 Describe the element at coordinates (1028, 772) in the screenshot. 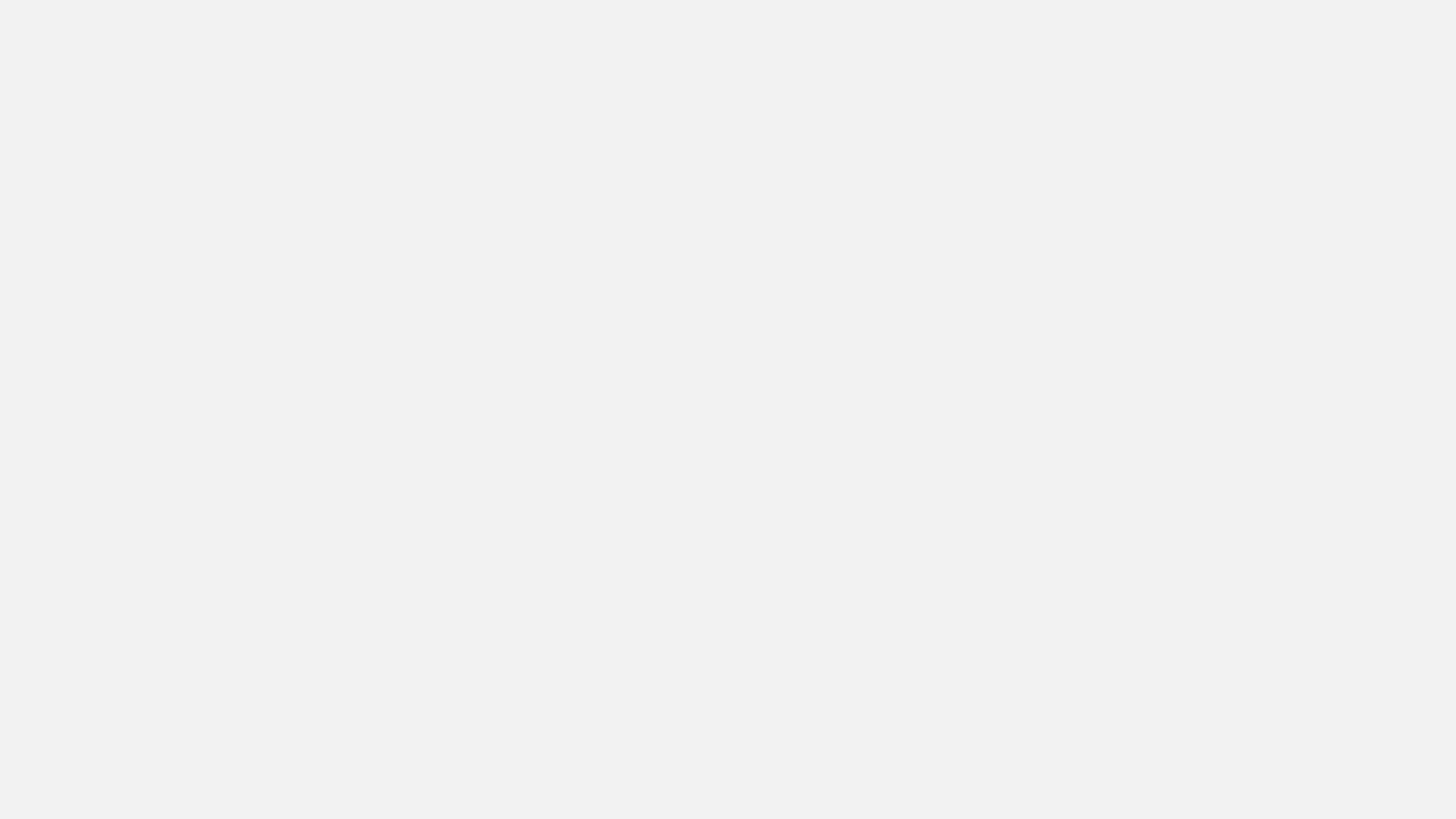

I see `Cookie Preferences` at that location.